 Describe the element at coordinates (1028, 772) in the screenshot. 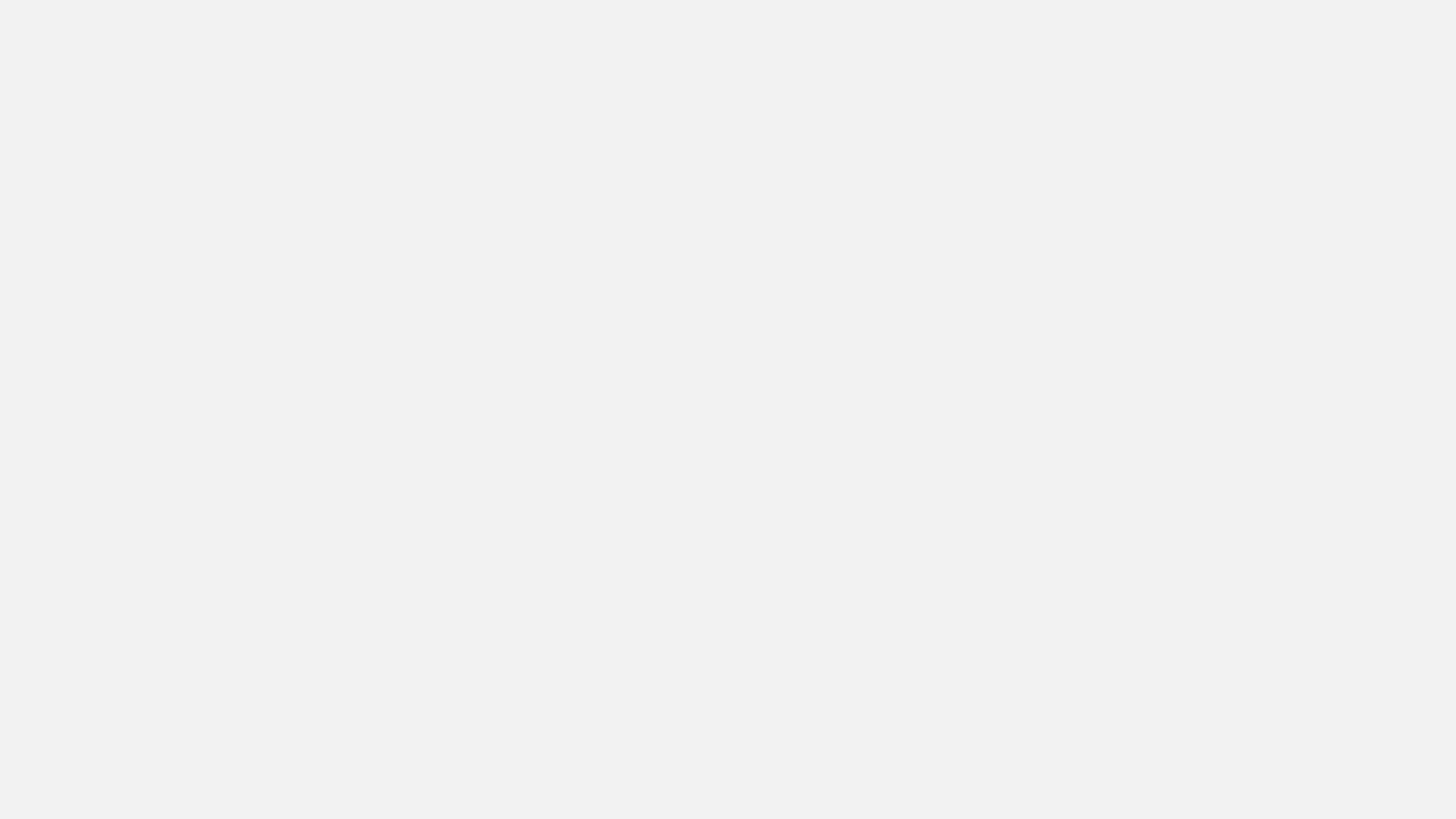

I see `Cookie Preferences` at that location.